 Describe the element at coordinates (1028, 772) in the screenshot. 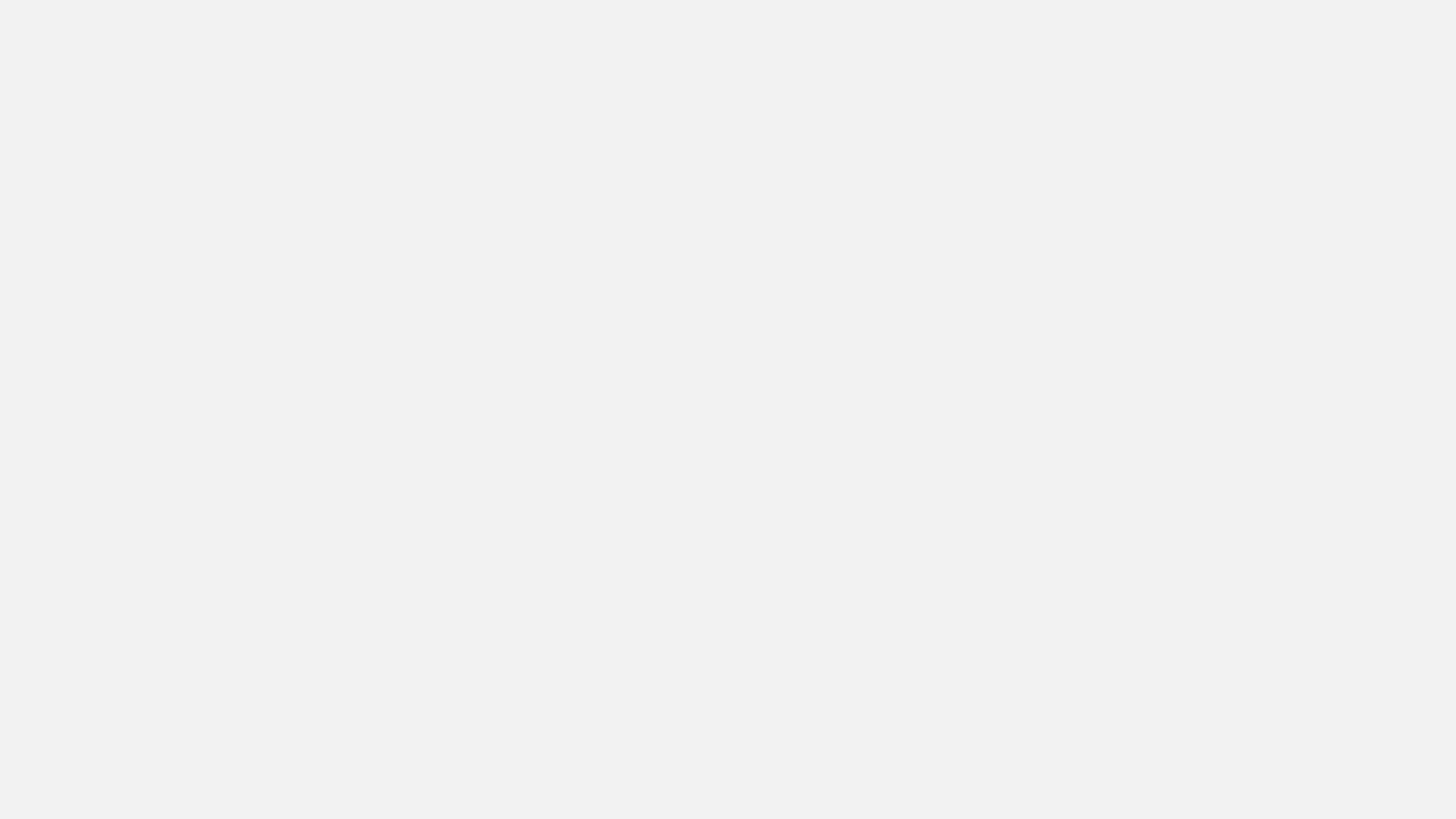

I see `Cookie Preferences` at that location.